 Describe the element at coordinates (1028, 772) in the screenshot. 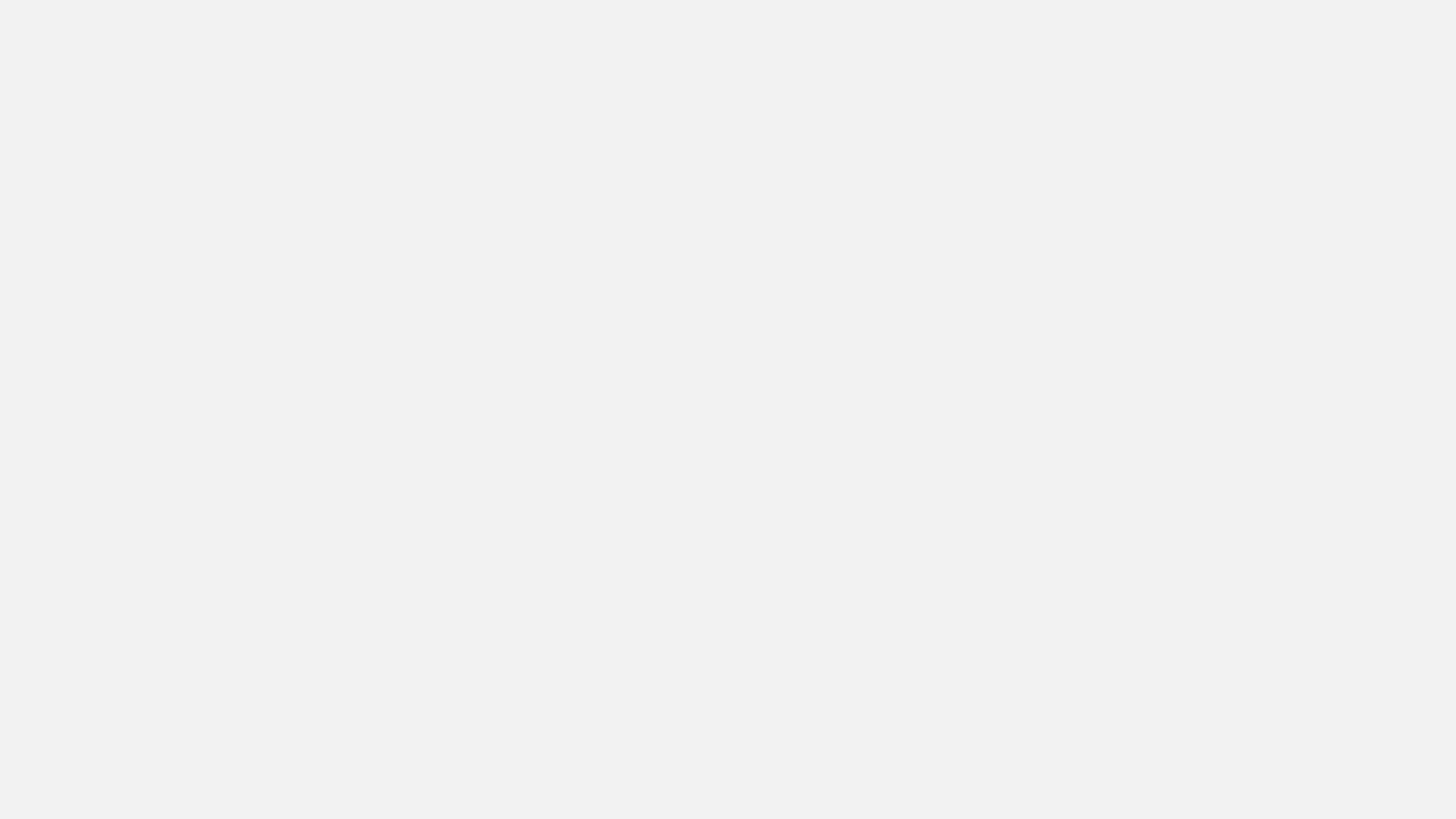

I see `Cookie Preferences` at that location.